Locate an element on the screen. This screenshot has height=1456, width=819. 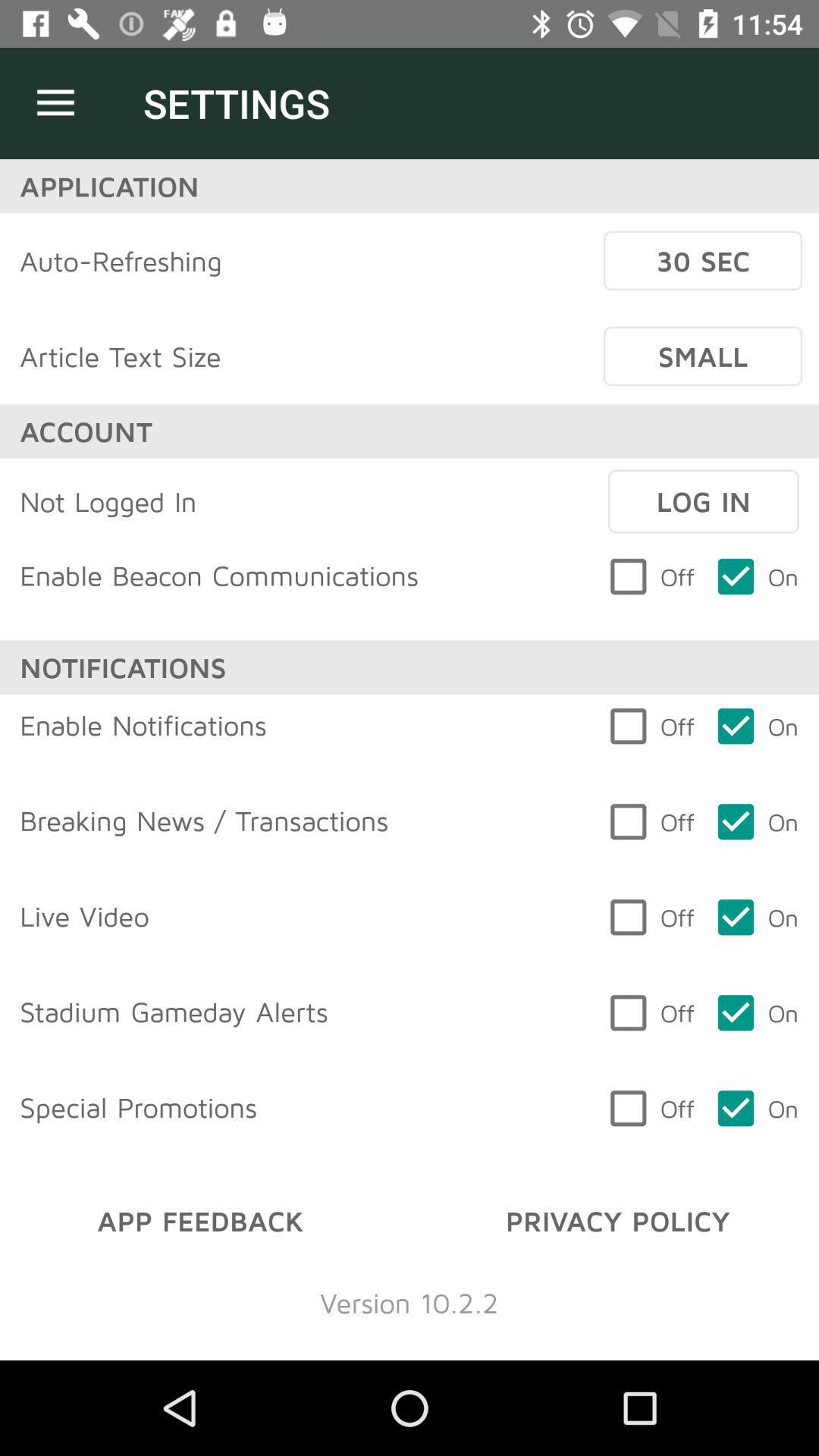
item above off item is located at coordinates (703, 501).